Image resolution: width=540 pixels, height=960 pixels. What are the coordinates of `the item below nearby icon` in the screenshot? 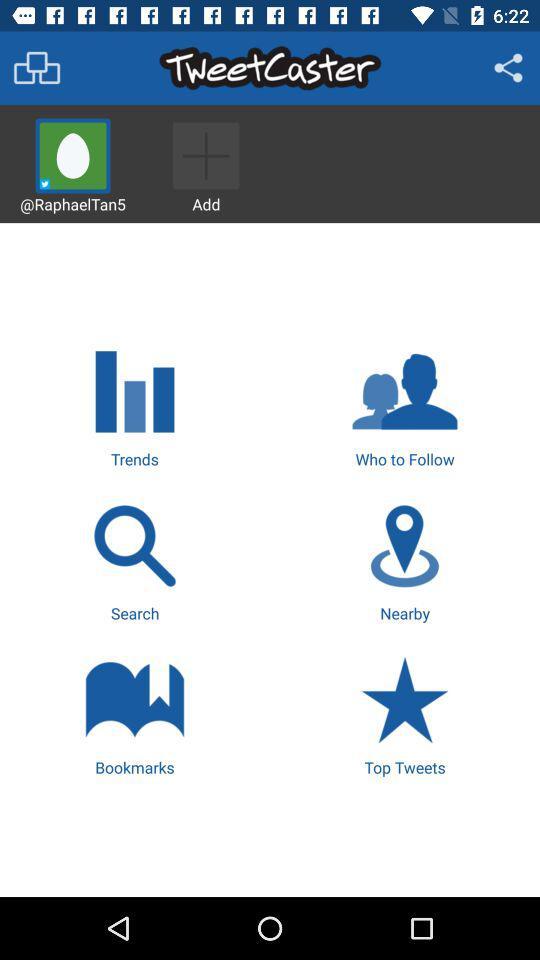 It's located at (405, 714).